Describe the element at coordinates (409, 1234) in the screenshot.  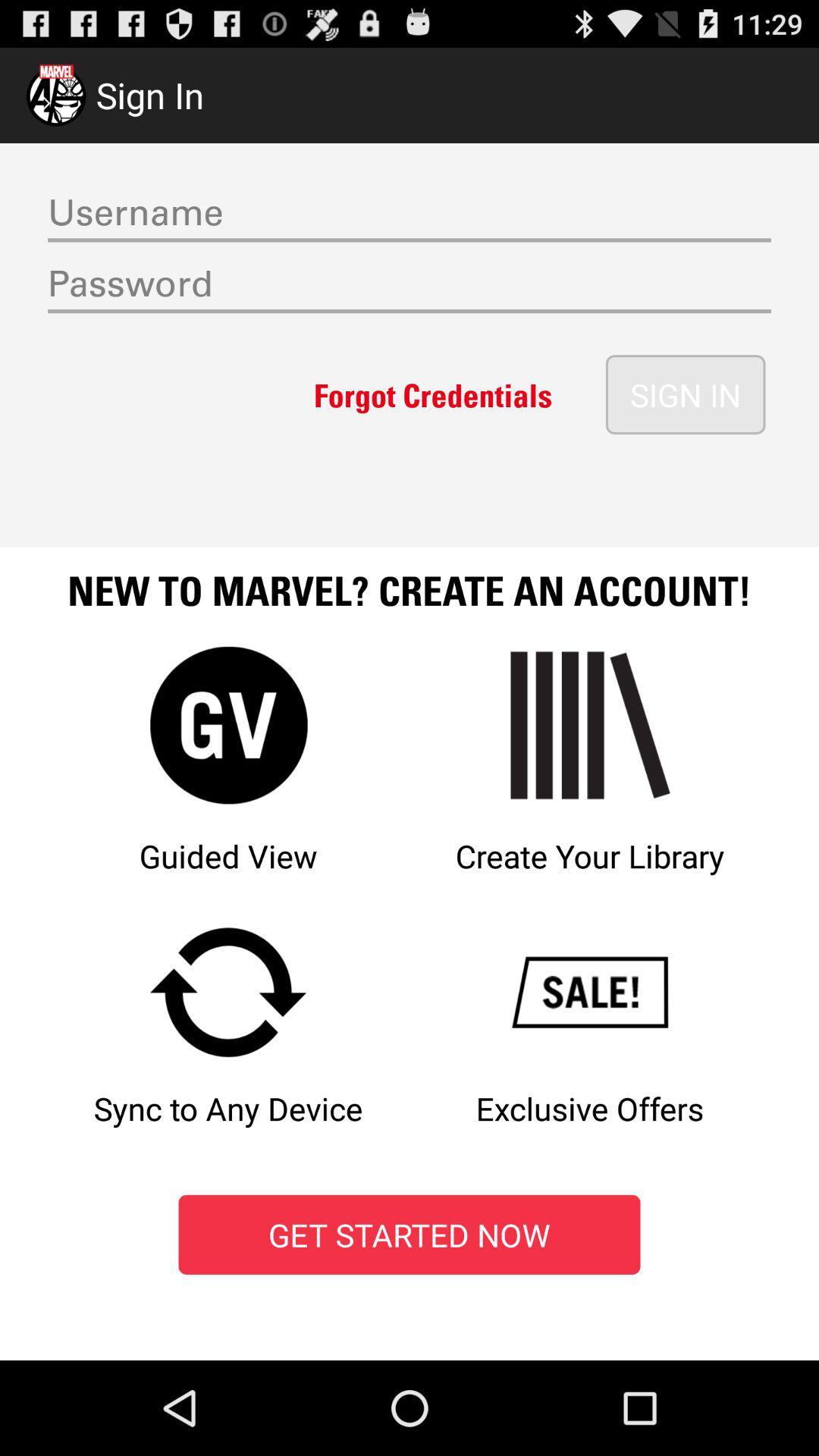
I see `red color box` at that location.